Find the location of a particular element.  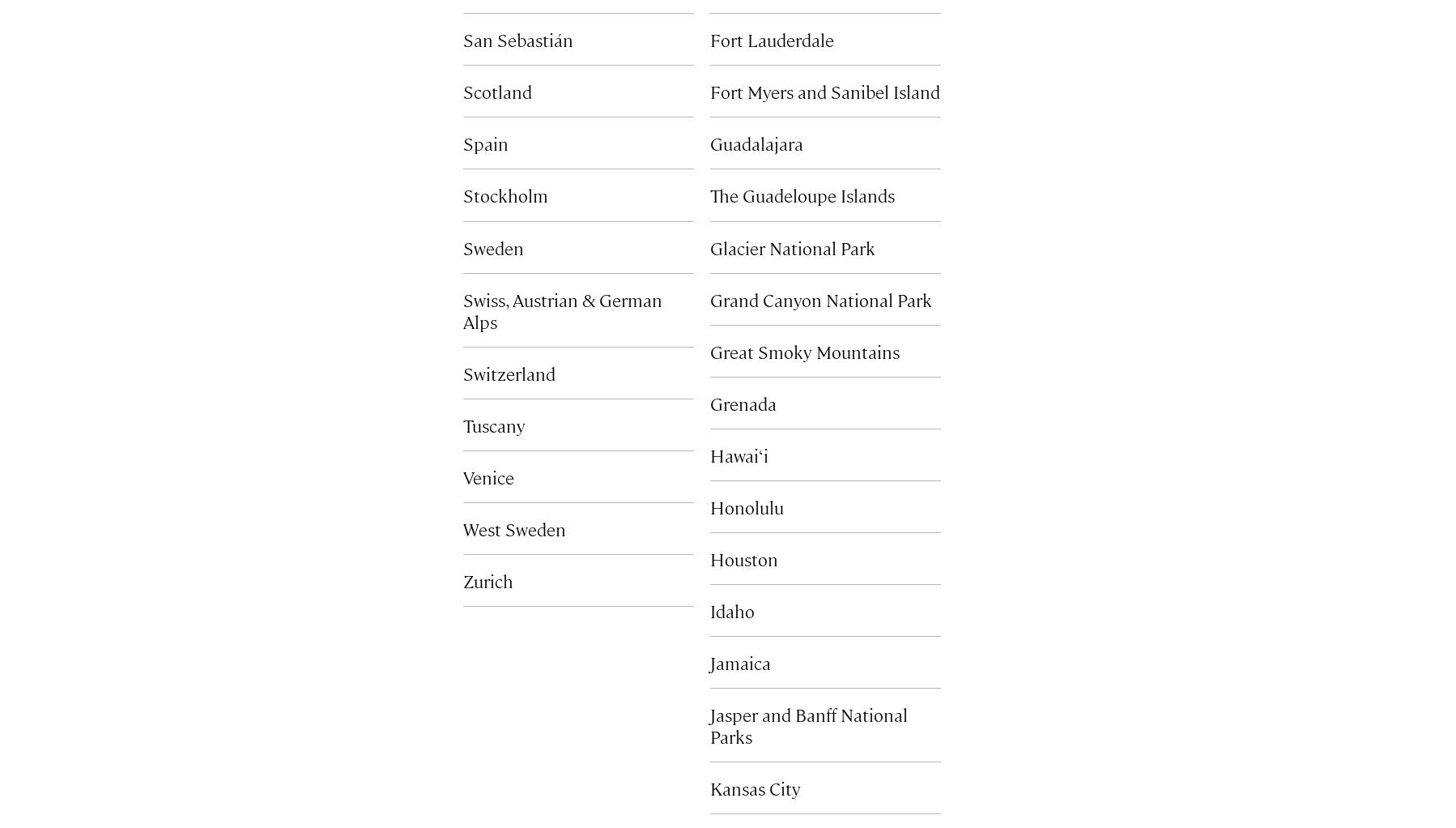

'Switzerland' is located at coordinates (508, 371).